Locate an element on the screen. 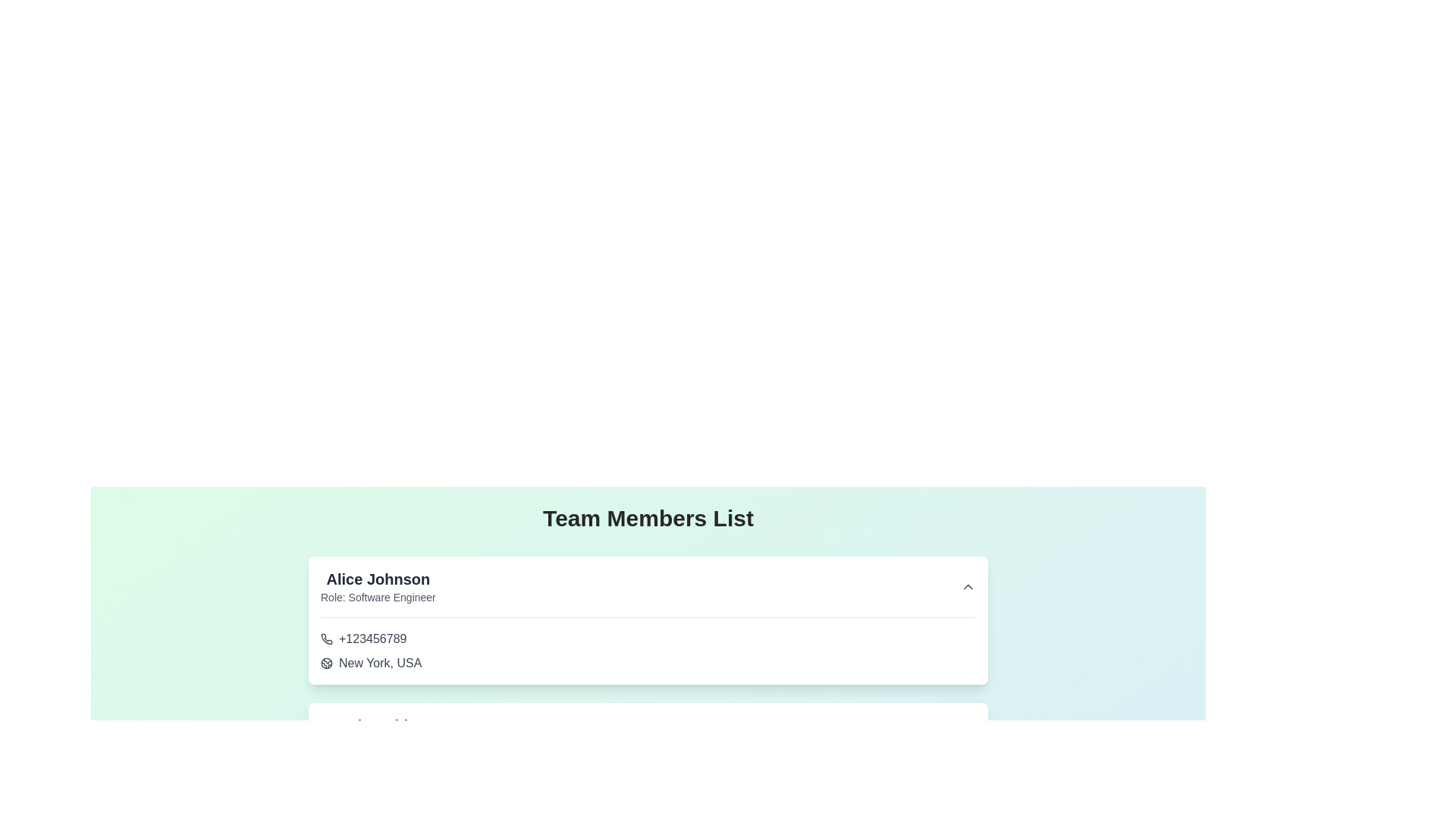  the geography-related icon located to the left of the text 'New York, USA' is located at coordinates (326, 663).